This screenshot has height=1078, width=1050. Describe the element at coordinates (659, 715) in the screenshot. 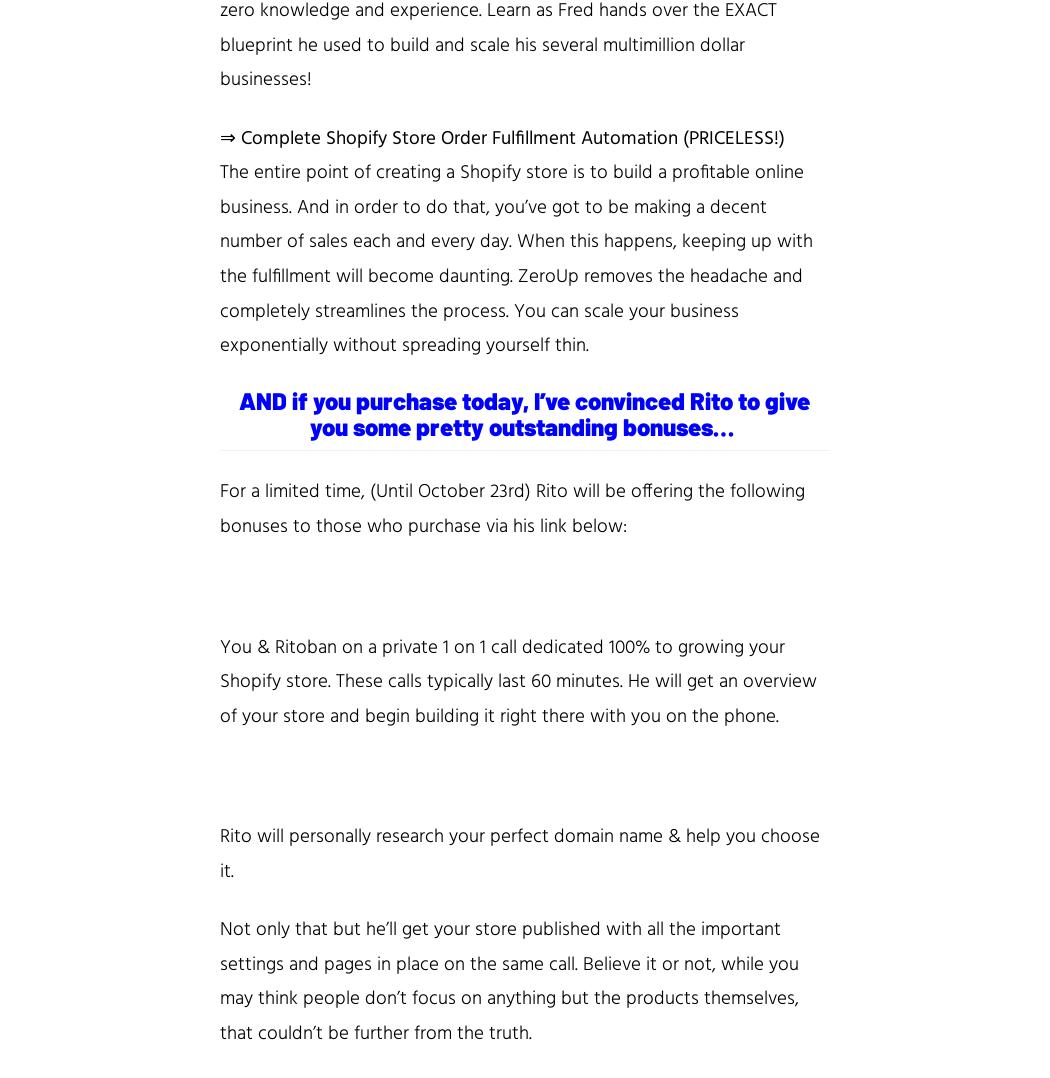

I see `'there with you on the phone.'` at that location.